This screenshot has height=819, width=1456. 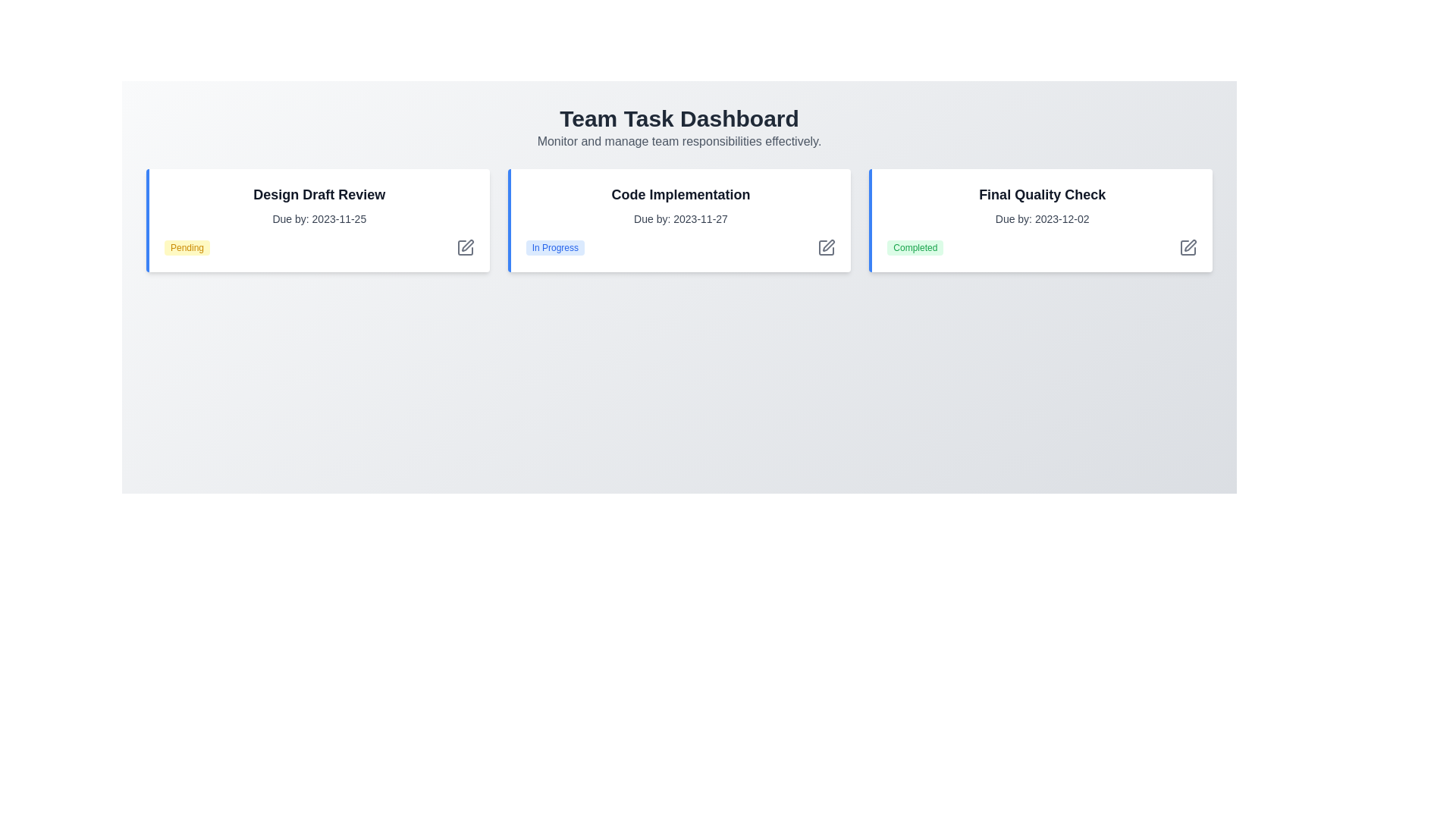 I want to click on the 'Pending' status label, which is a small rectangular badge with rounded corners and a light yellow background, located in the top-left area of the 'Design Draft Review' task card, so click(x=187, y=247).